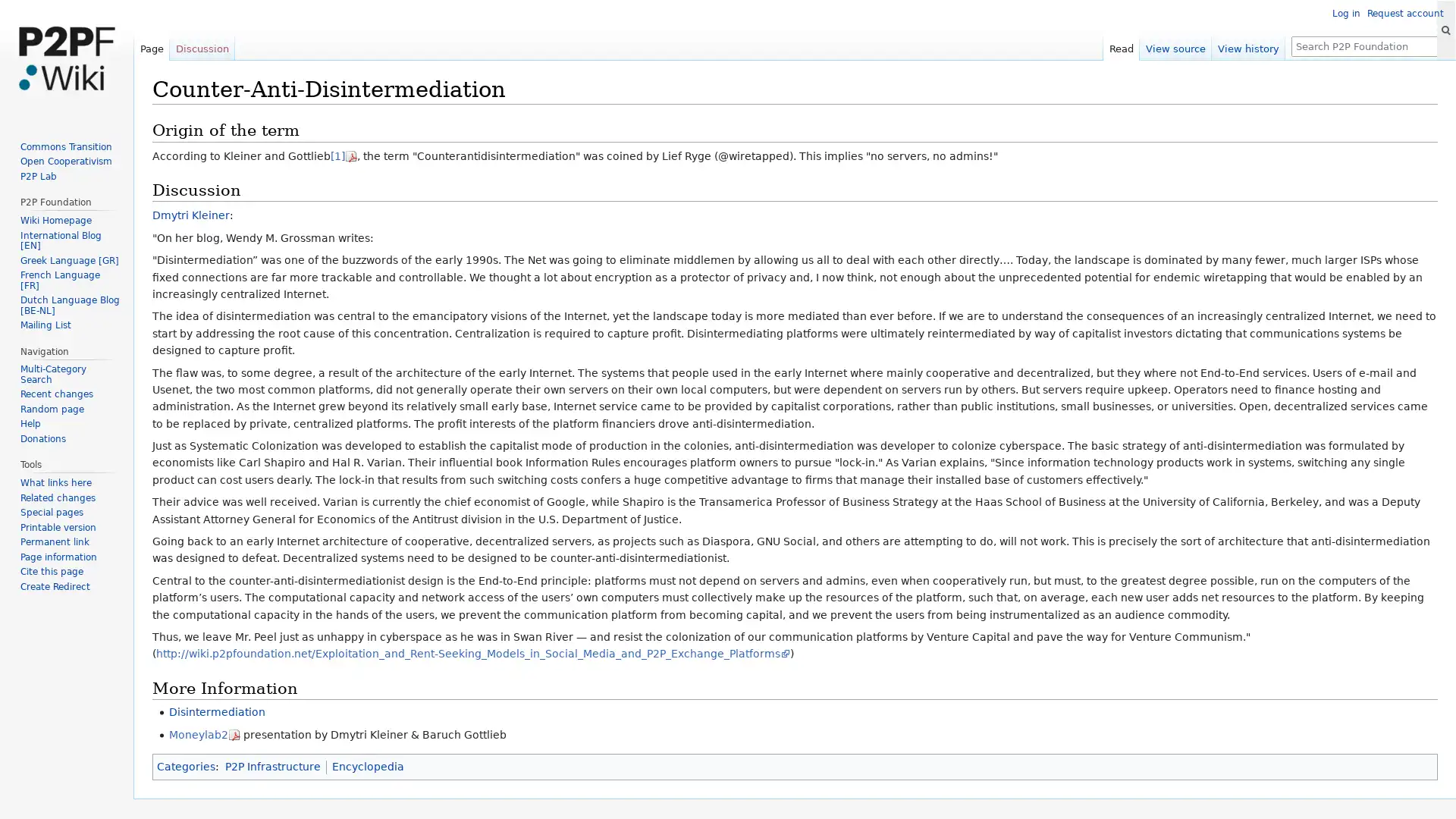 The width and height of the screenshot is (1456, 819). What do you see at coordinates (1445, 30) in the screenshot?
I see `Go` at bounding box center [1445, 30].